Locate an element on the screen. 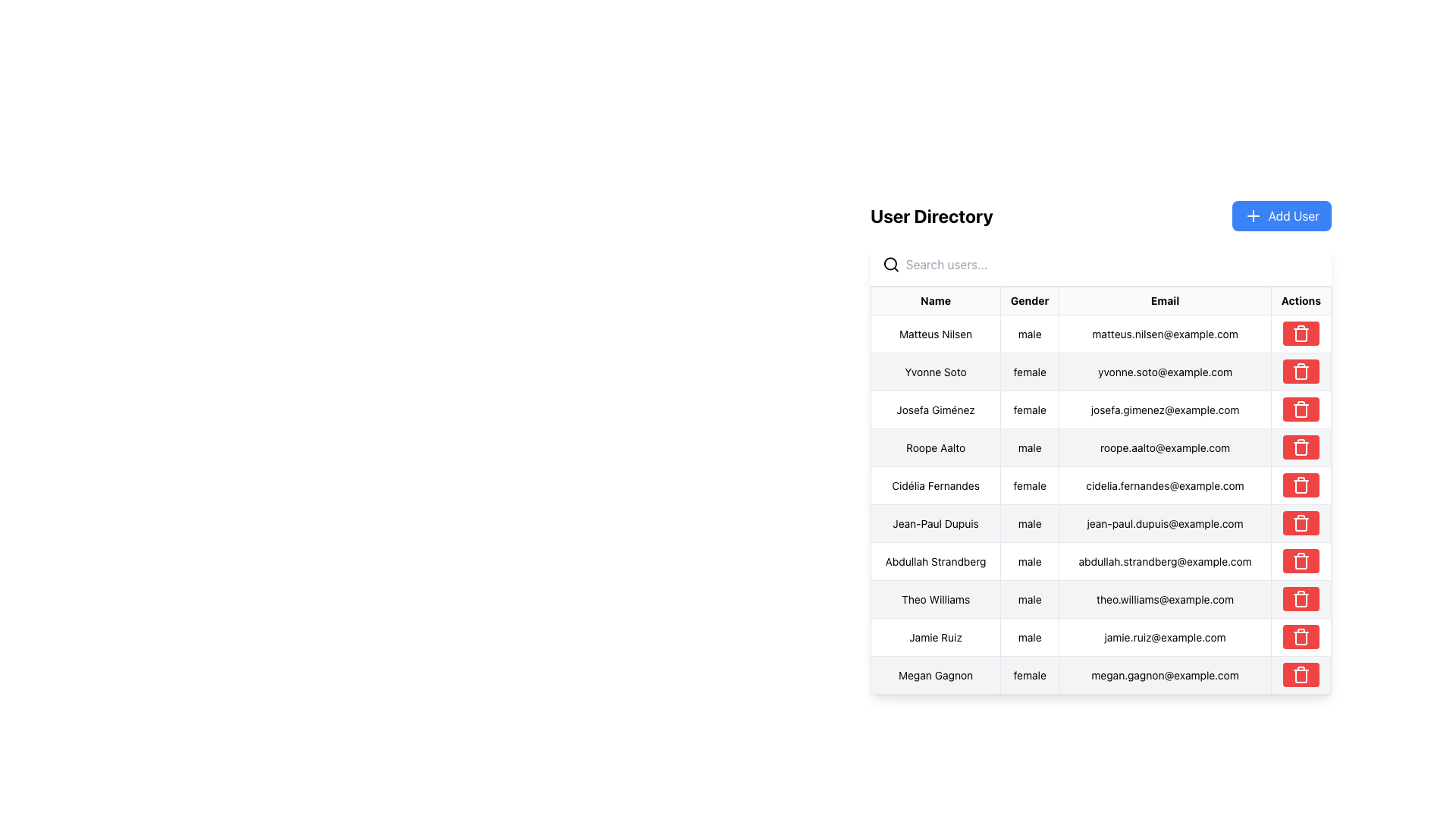 Image resolution: width=1456 pixels, height=819 pixels. the table cell displaying 'male' in the 'Gender' column, associated with 'Jean-Paul Dupuis' is located at coordinates (1030, 522).